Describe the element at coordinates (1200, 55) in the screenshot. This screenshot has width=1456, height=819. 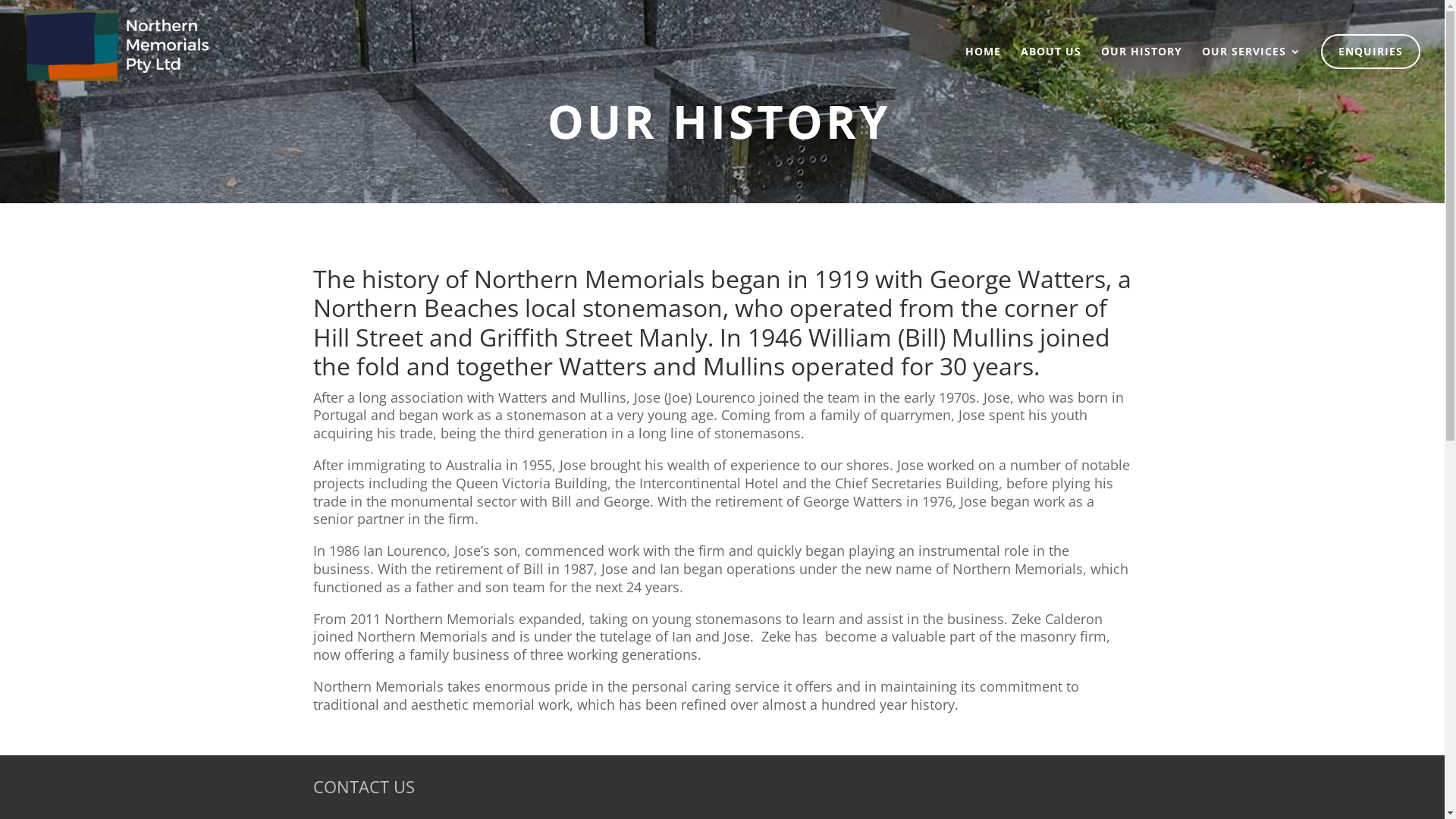
I see `'OUR SERVICES'` at that location.